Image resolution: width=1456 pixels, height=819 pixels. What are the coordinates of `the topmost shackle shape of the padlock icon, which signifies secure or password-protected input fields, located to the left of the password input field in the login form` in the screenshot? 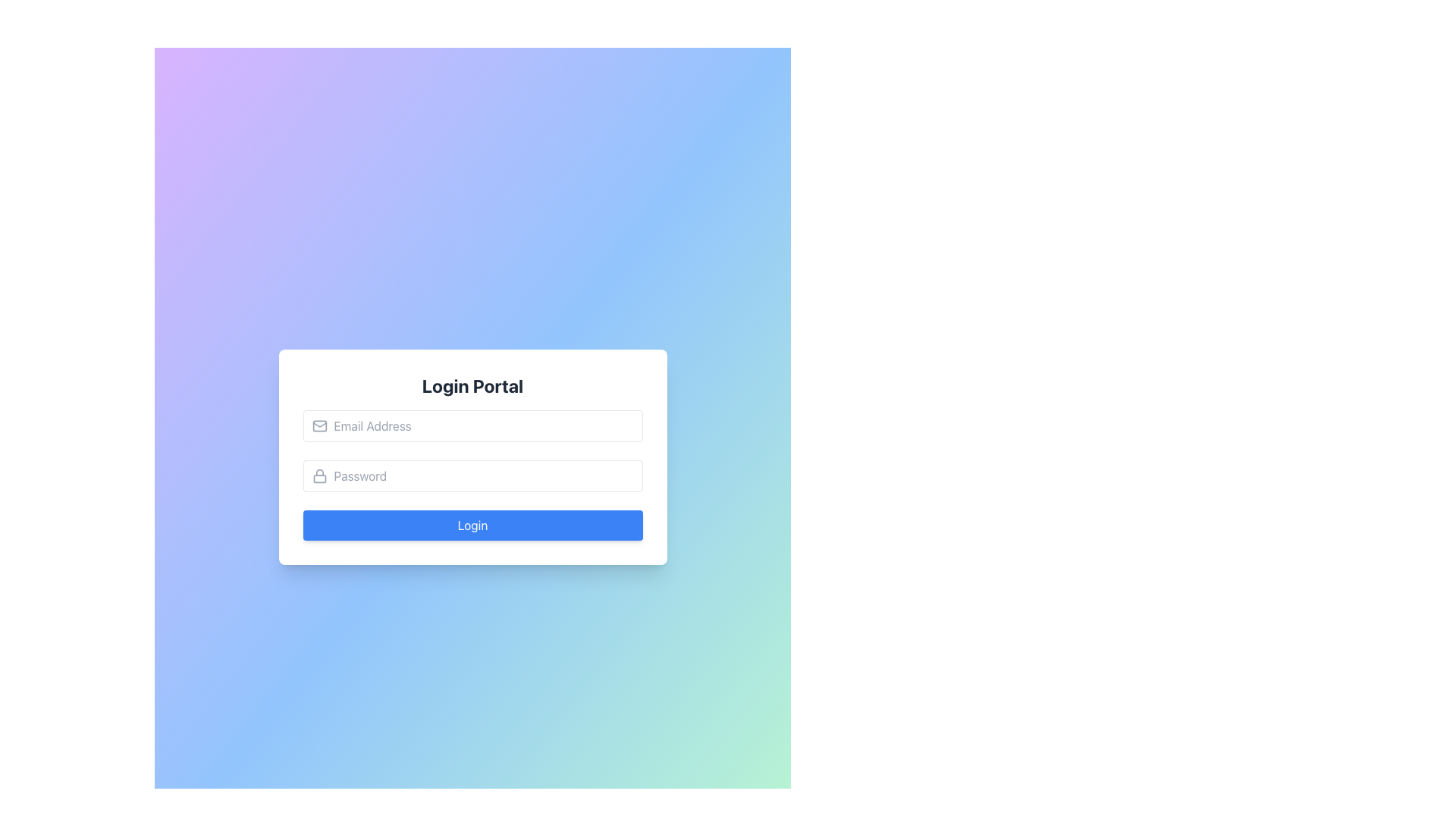 It's located at (318, 479).